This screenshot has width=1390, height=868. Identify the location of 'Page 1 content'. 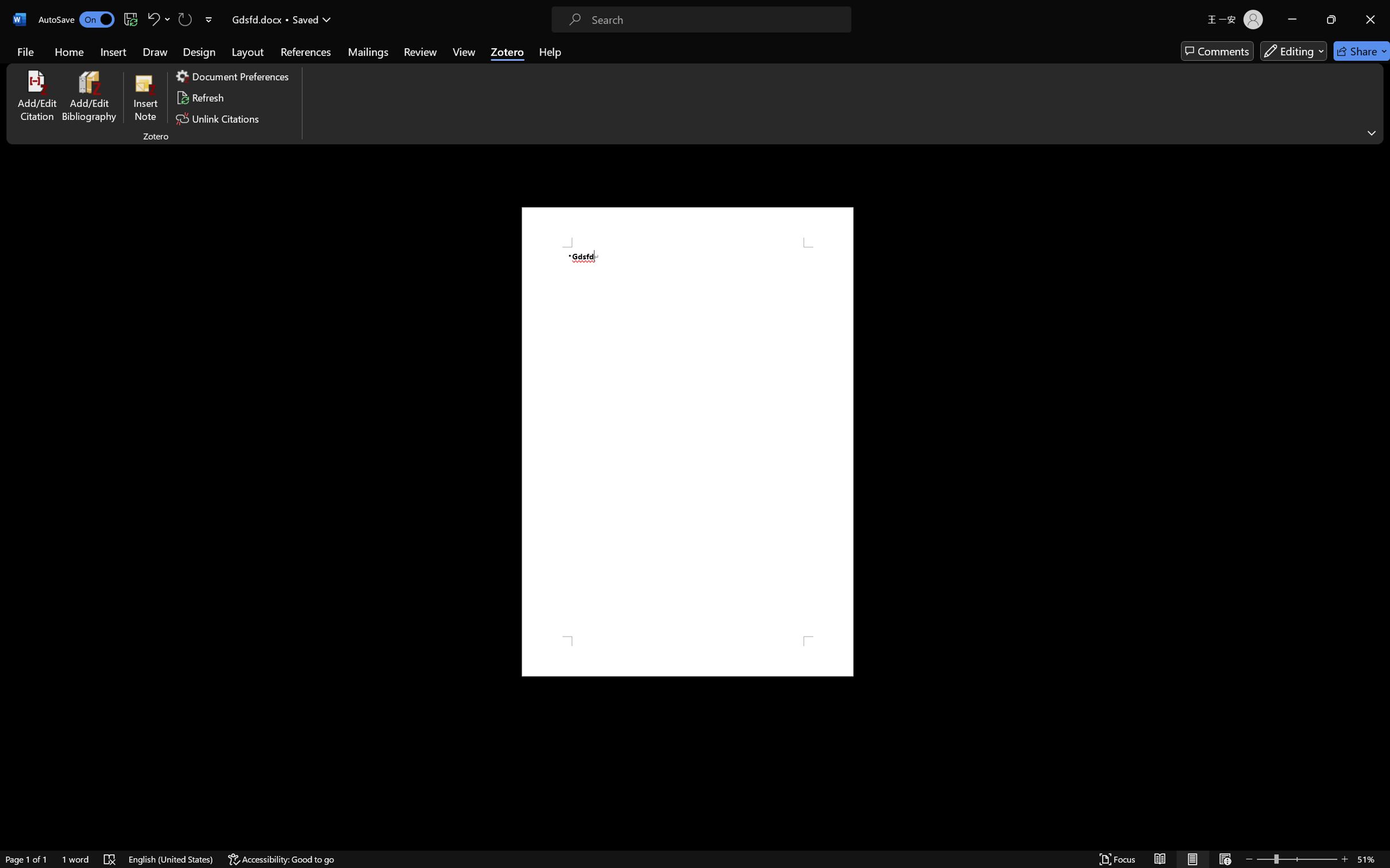
(687, 441).